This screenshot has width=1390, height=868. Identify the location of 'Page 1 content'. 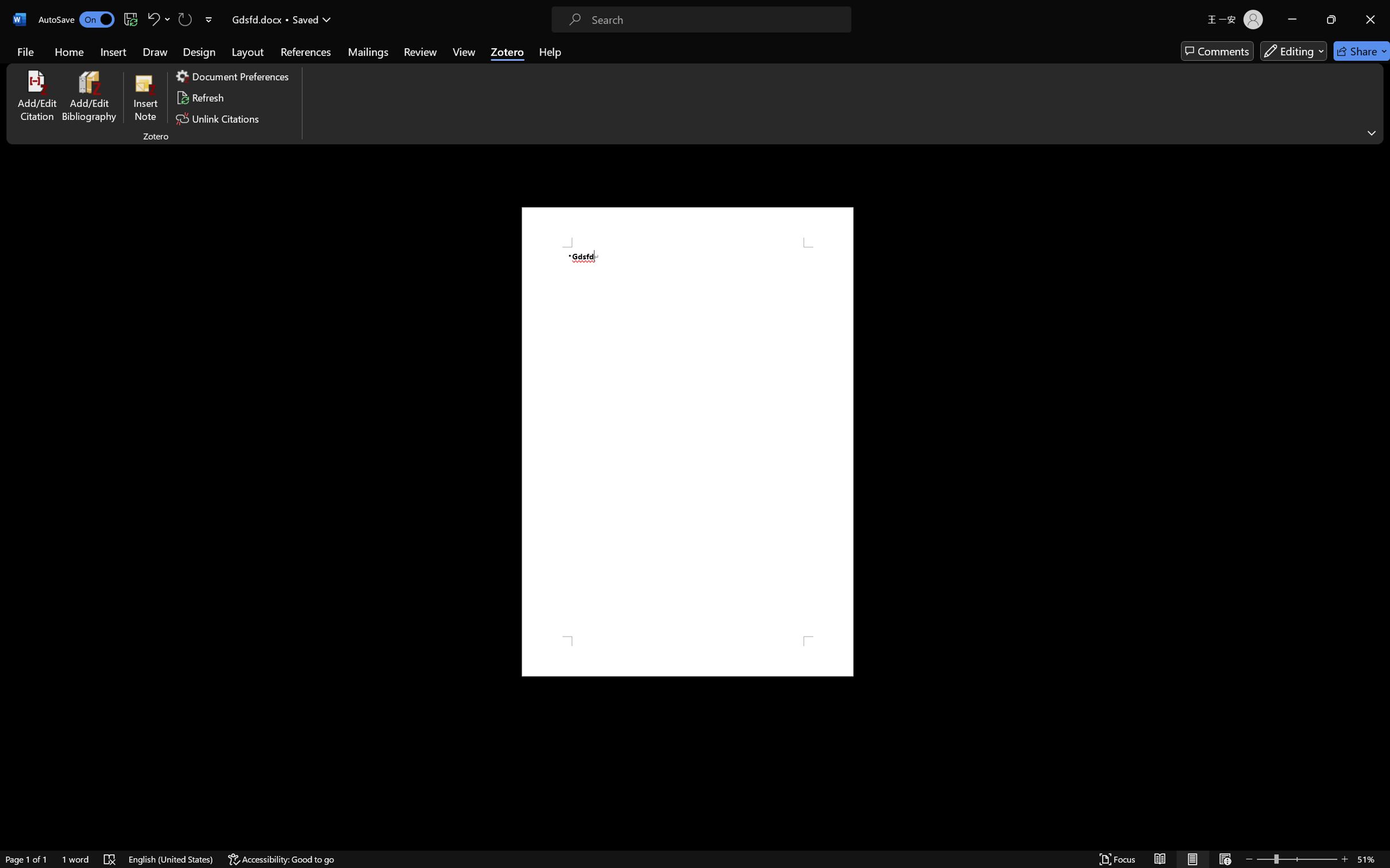
(687, 441).